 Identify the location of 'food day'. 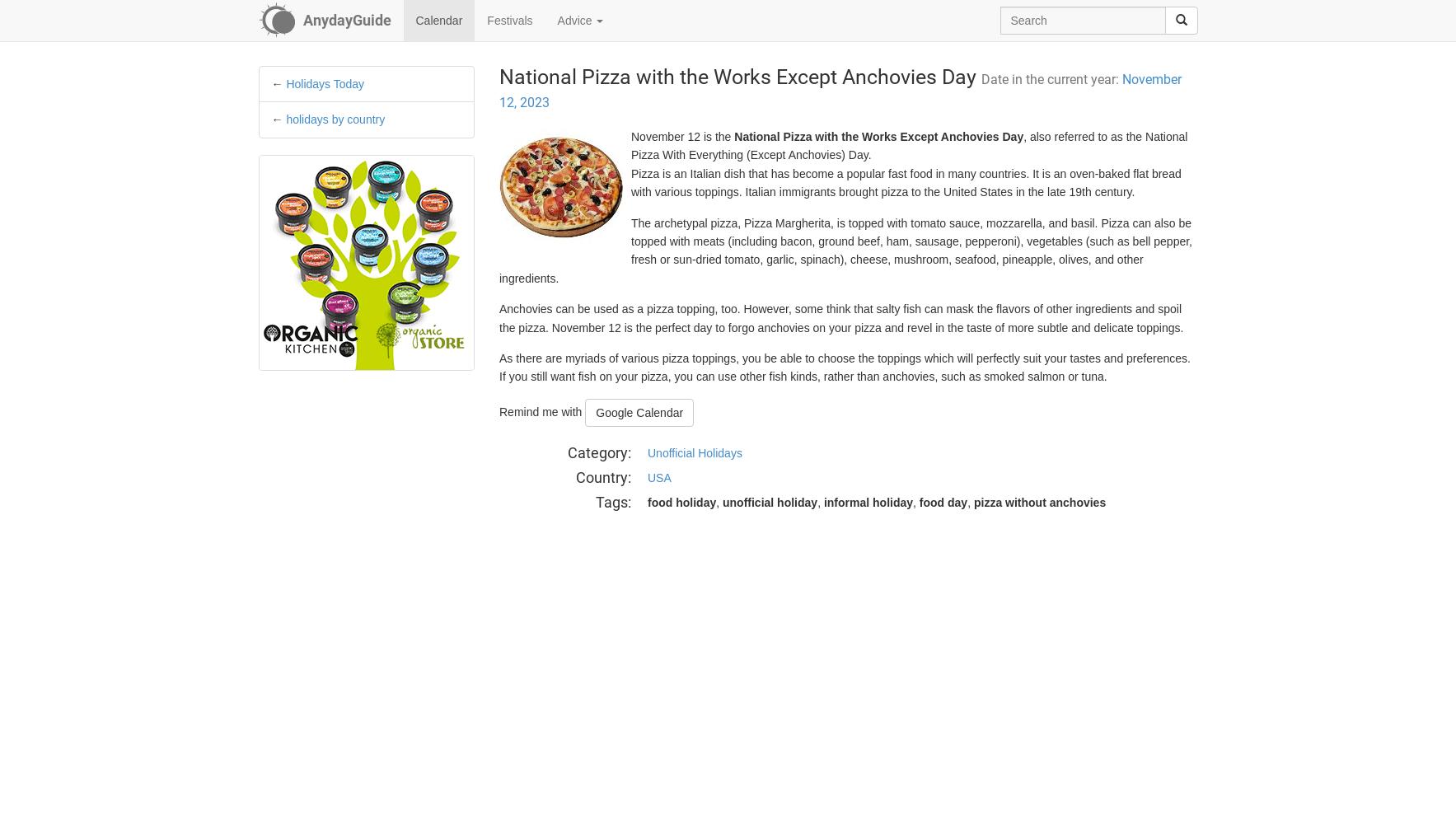
(943, 502).